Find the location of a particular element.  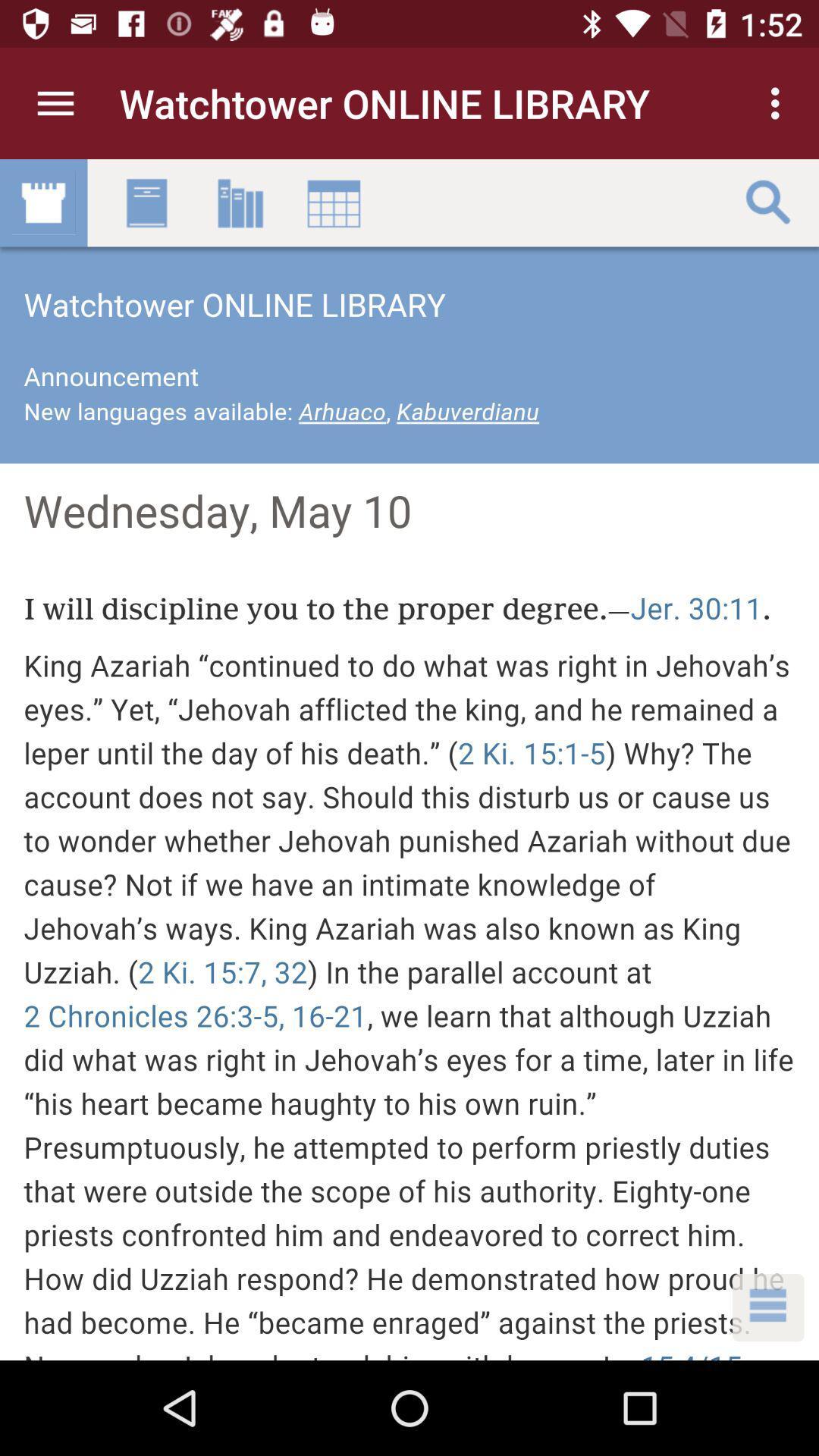

the article is located at coordinates (409, 760).